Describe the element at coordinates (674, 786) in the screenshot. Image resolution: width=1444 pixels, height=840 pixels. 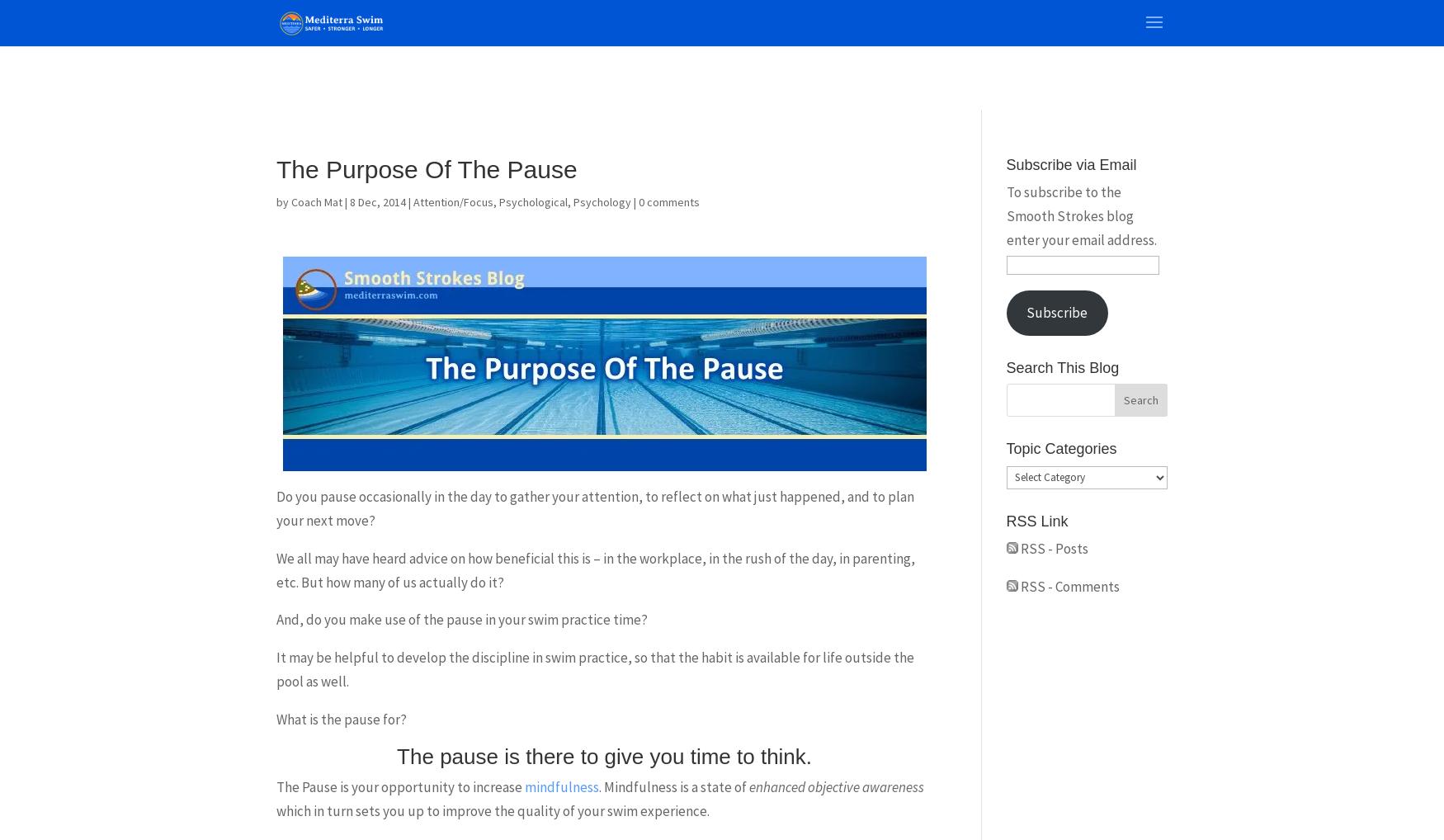
I see `'. Mindfulness is a state of'` at that location.